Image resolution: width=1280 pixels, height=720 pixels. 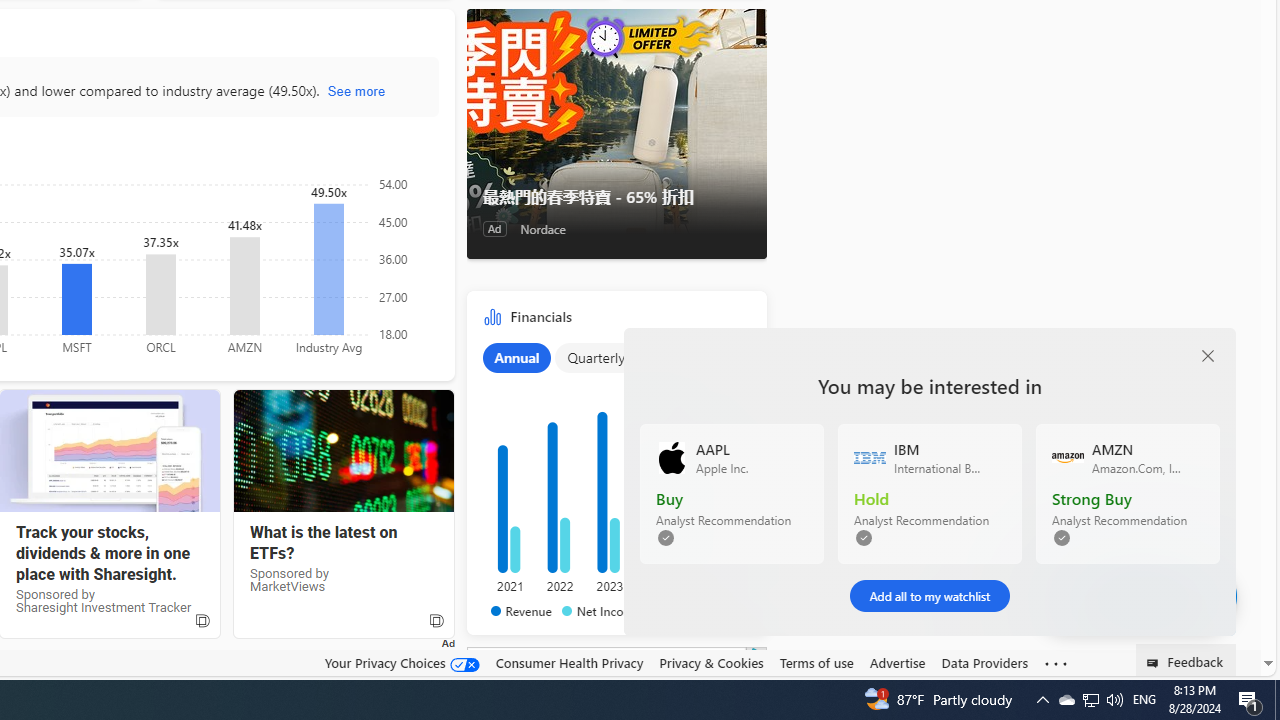 What do you see at coordinates (517, 356) in the screenshot?
I see `'Annual'` at bounding box center [517, 356].